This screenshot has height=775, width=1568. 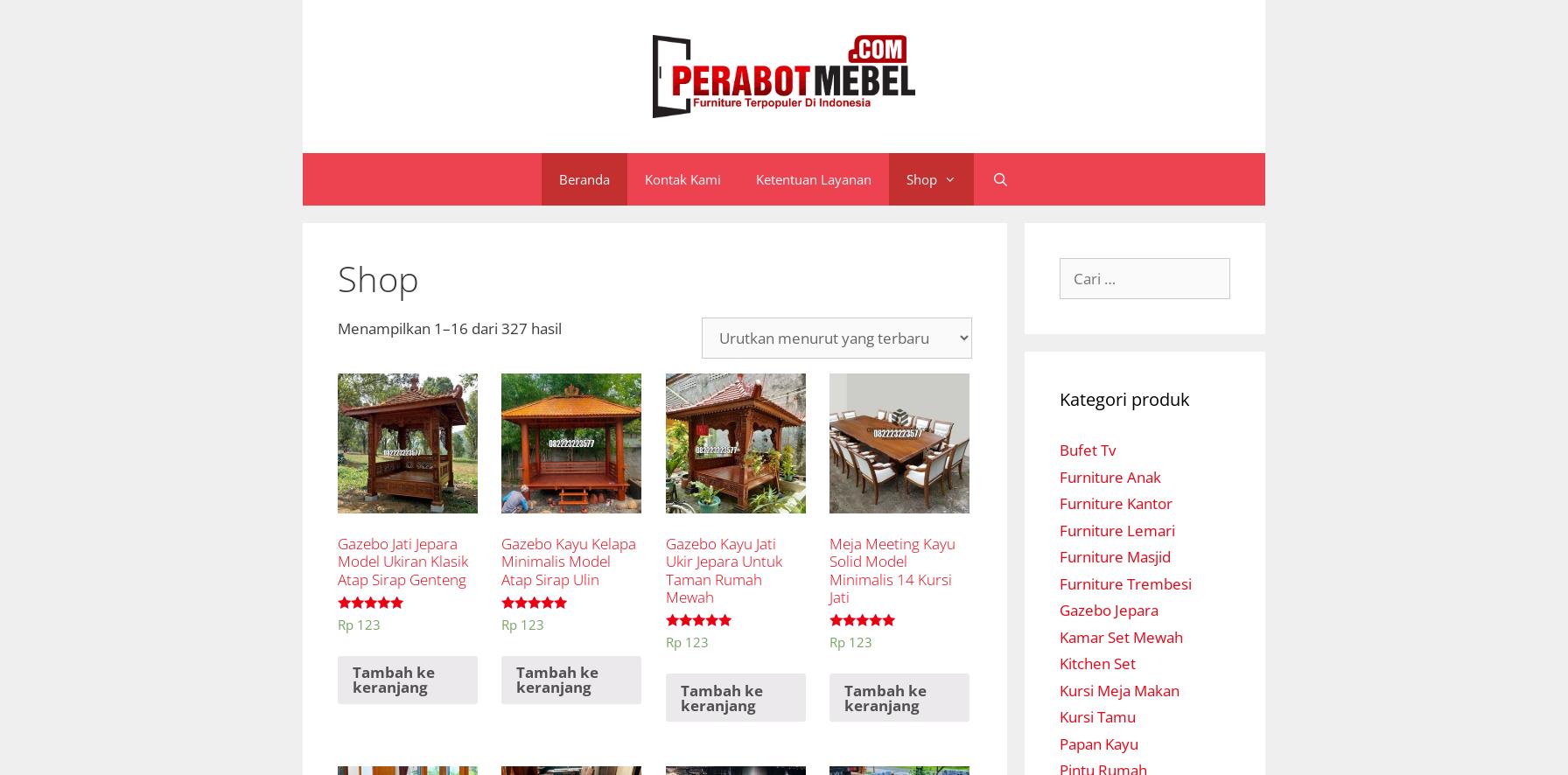 I want to click on 'Kursi Meja Makan', so click(x=1119, y=688).